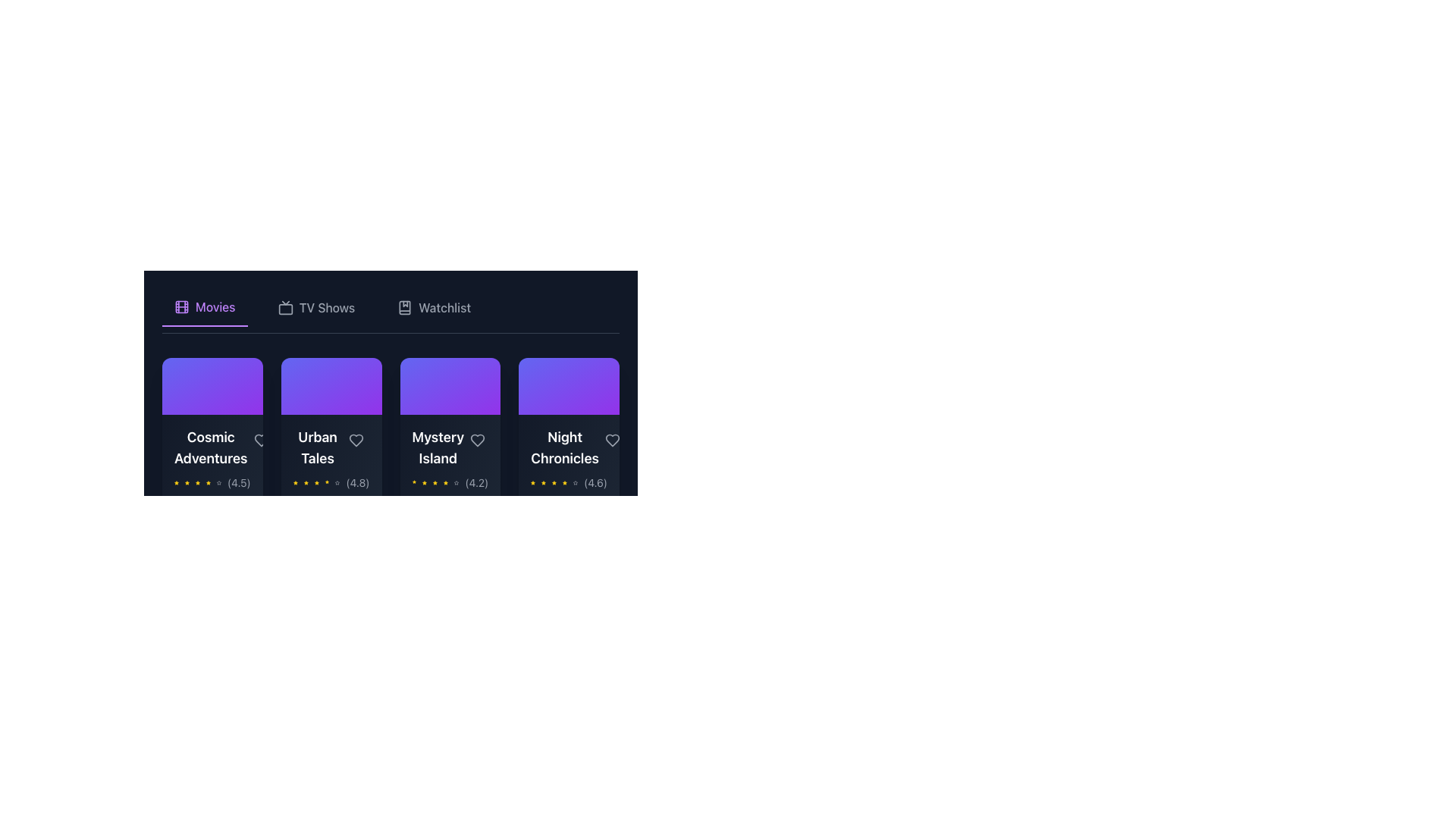 Image resolution: width=1456 pixels, height=819 pixels. What do you see at coordinates (285, 309) in the screenshot?
I see `the inner rectangular section of the 'TV' icon in the navigation bar, which is a structural decorative rectangle with rounded edges` at bounding box center [285, 309].